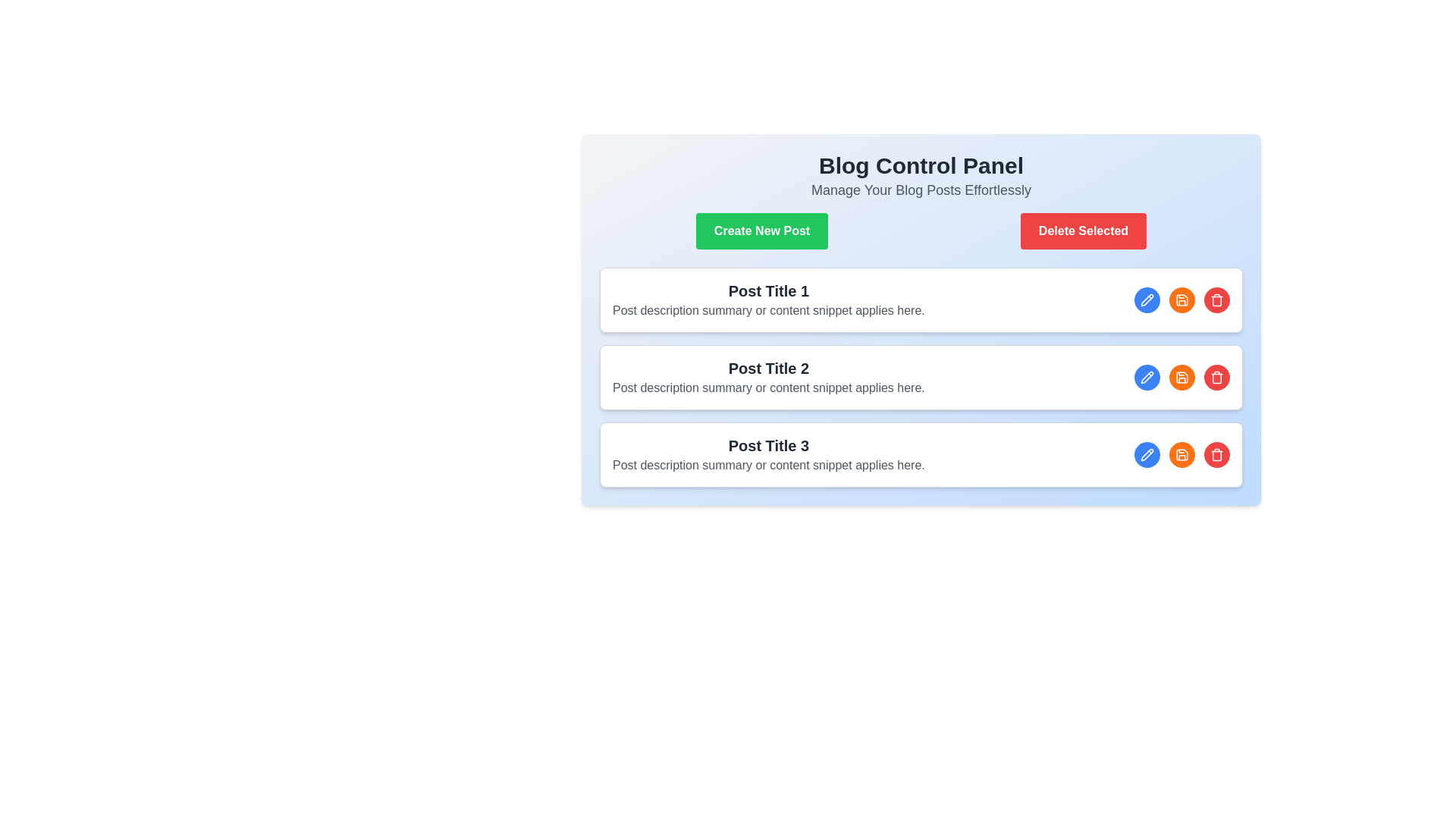 Image resolution: width=1456 pixels, height=819 pixels. Describe the element at coordinates (920, 350) in the screenshot. I see `the save icon located within the blog post summary card, which is the second entry in the Blog Control Panel section` at that location.